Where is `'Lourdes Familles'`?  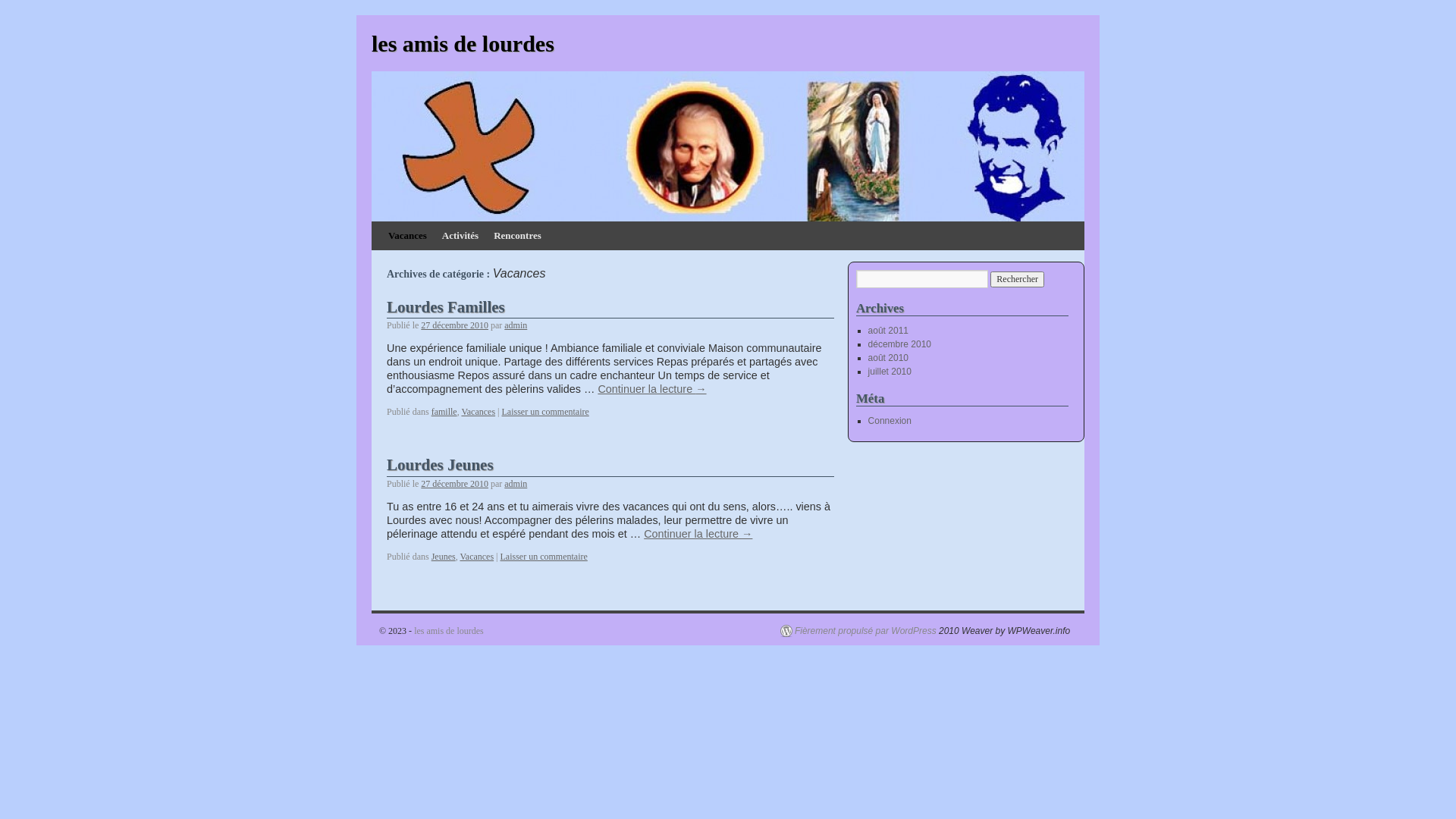
'Lourdes Familles' is located at coordinates (445, 307).